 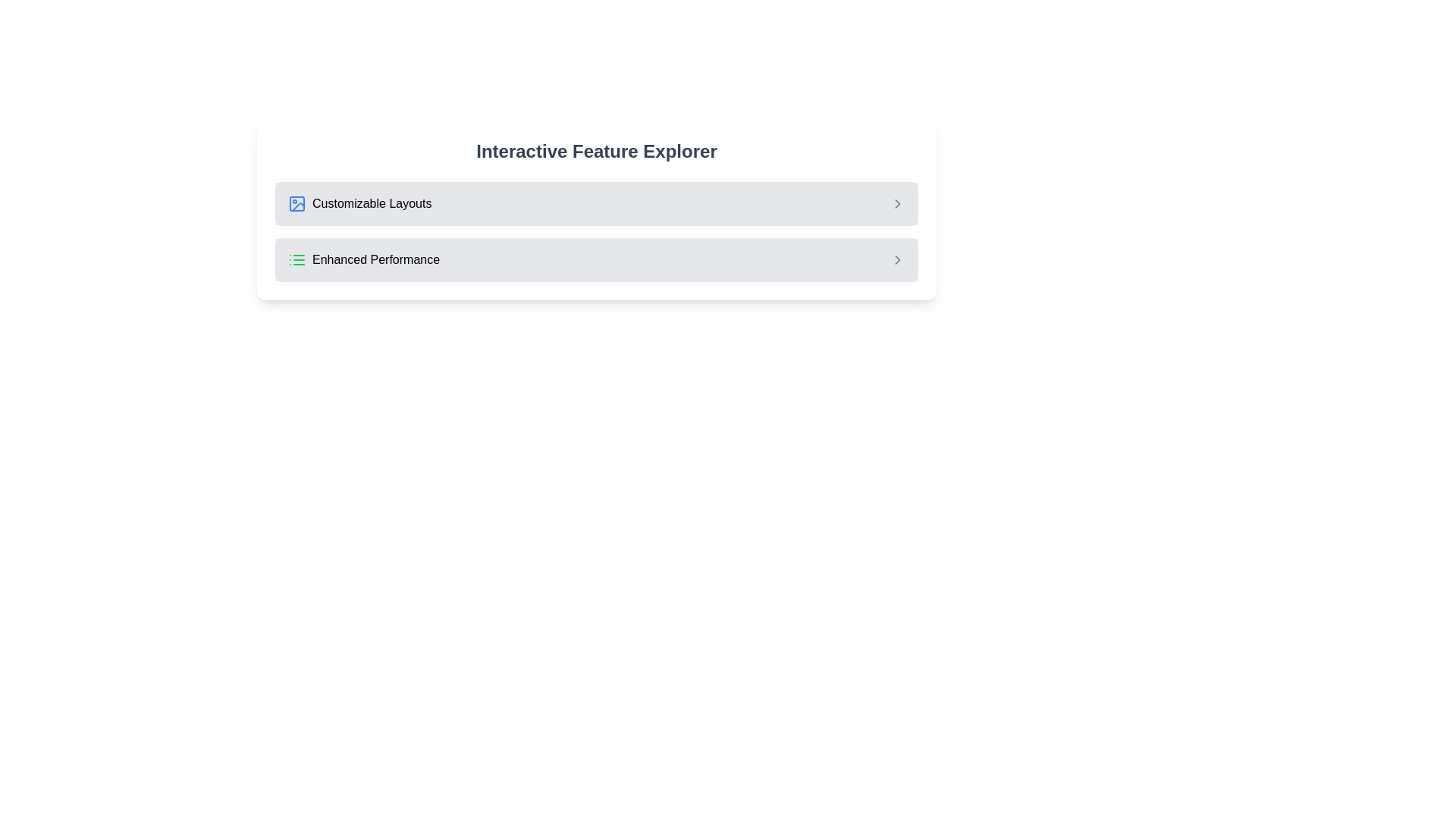 I want to click on the icon located at the extreme right of the 'Enhanced Performance' row, so click(x=898, y=259).